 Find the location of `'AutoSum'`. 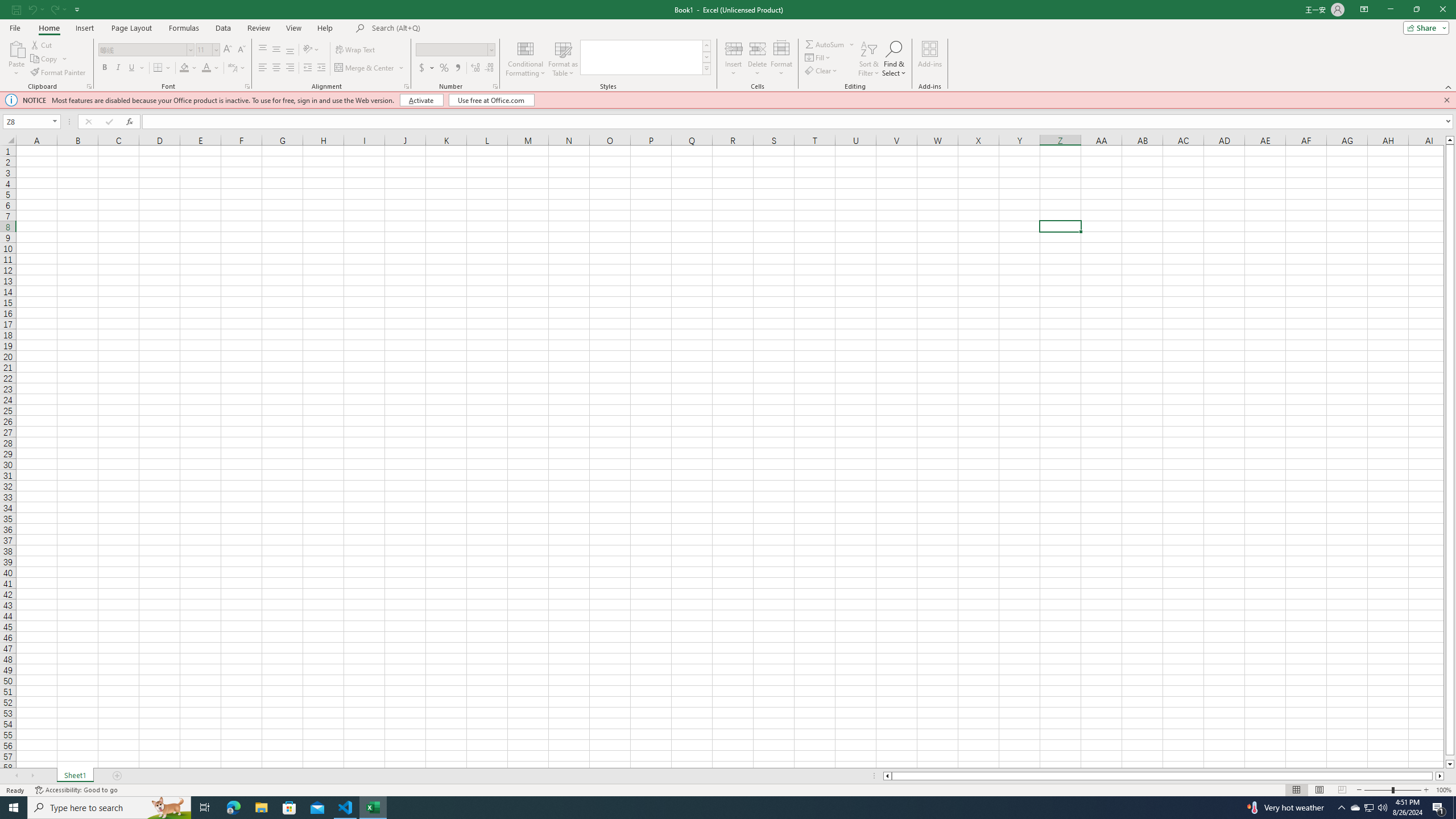

'AutoSum' is located at coordinates (830, 44).